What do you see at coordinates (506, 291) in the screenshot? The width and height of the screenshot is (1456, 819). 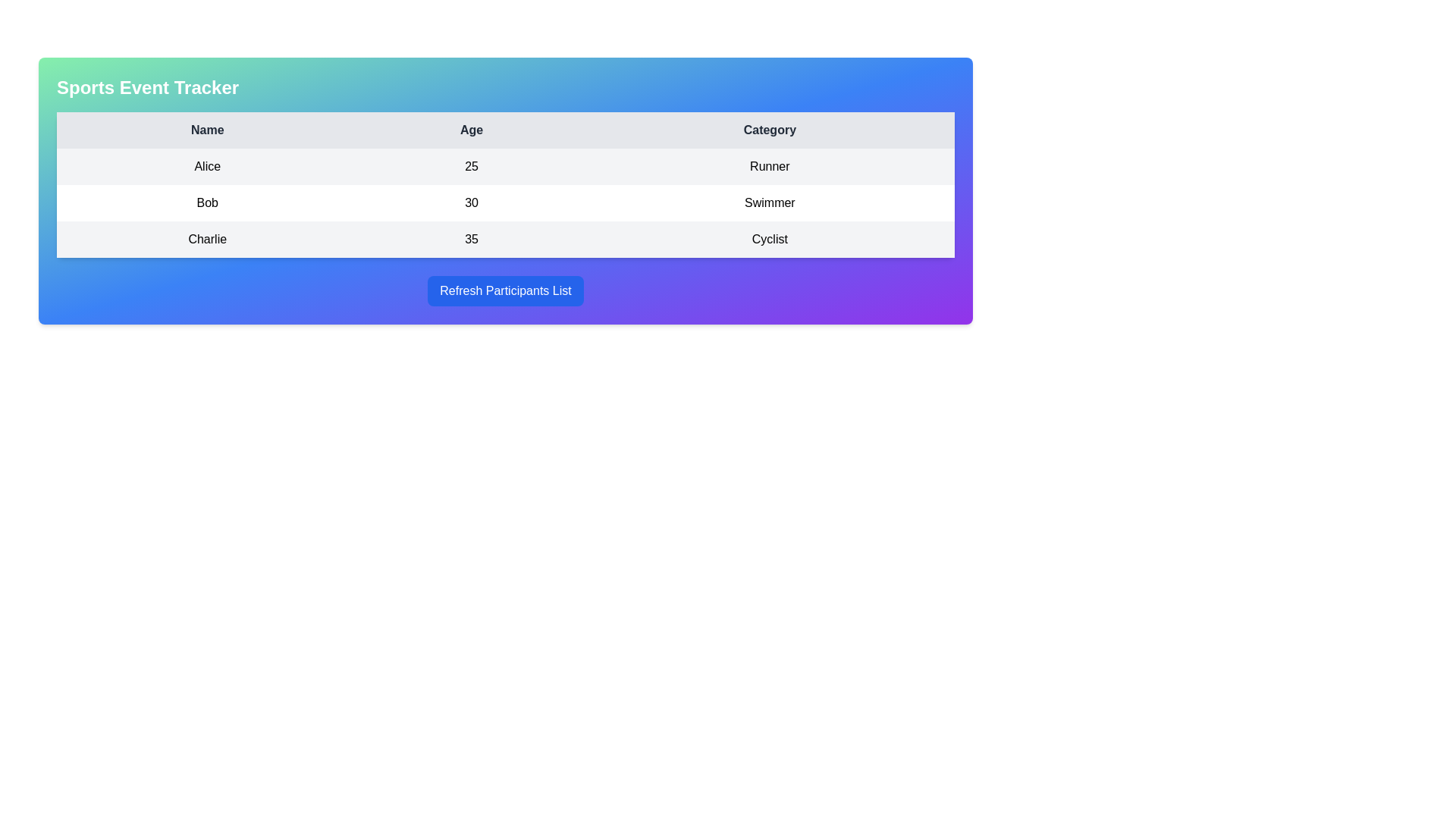 I see `the 'Refresh Participants List' button, which is a blue rounded rectangle with white text, to observe its hover effects` at bounding box center [506, 291].